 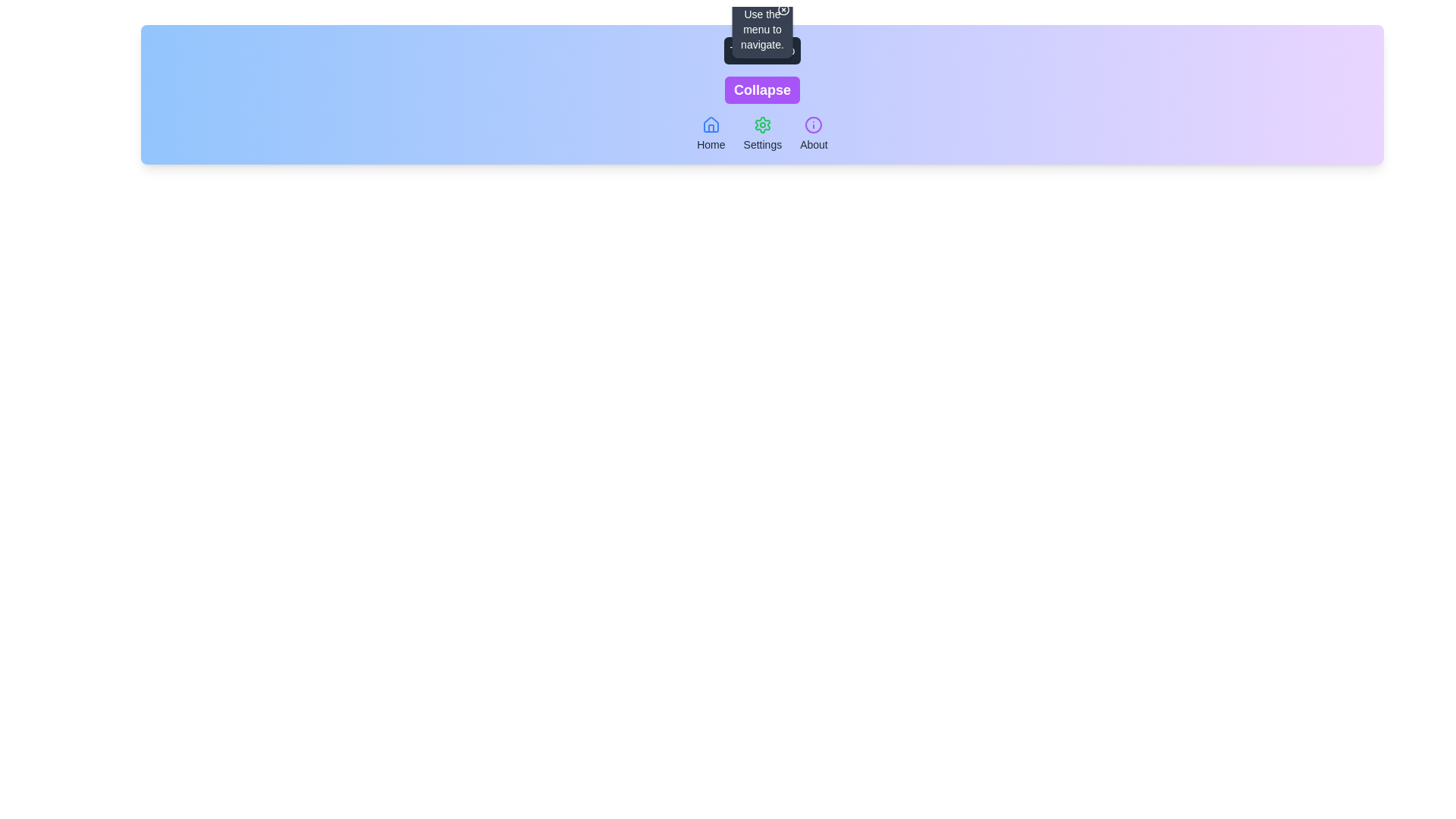 I want to click on the Tooltip box providing guiding text above the 'Collapse' button, so click(x=762, y=29).